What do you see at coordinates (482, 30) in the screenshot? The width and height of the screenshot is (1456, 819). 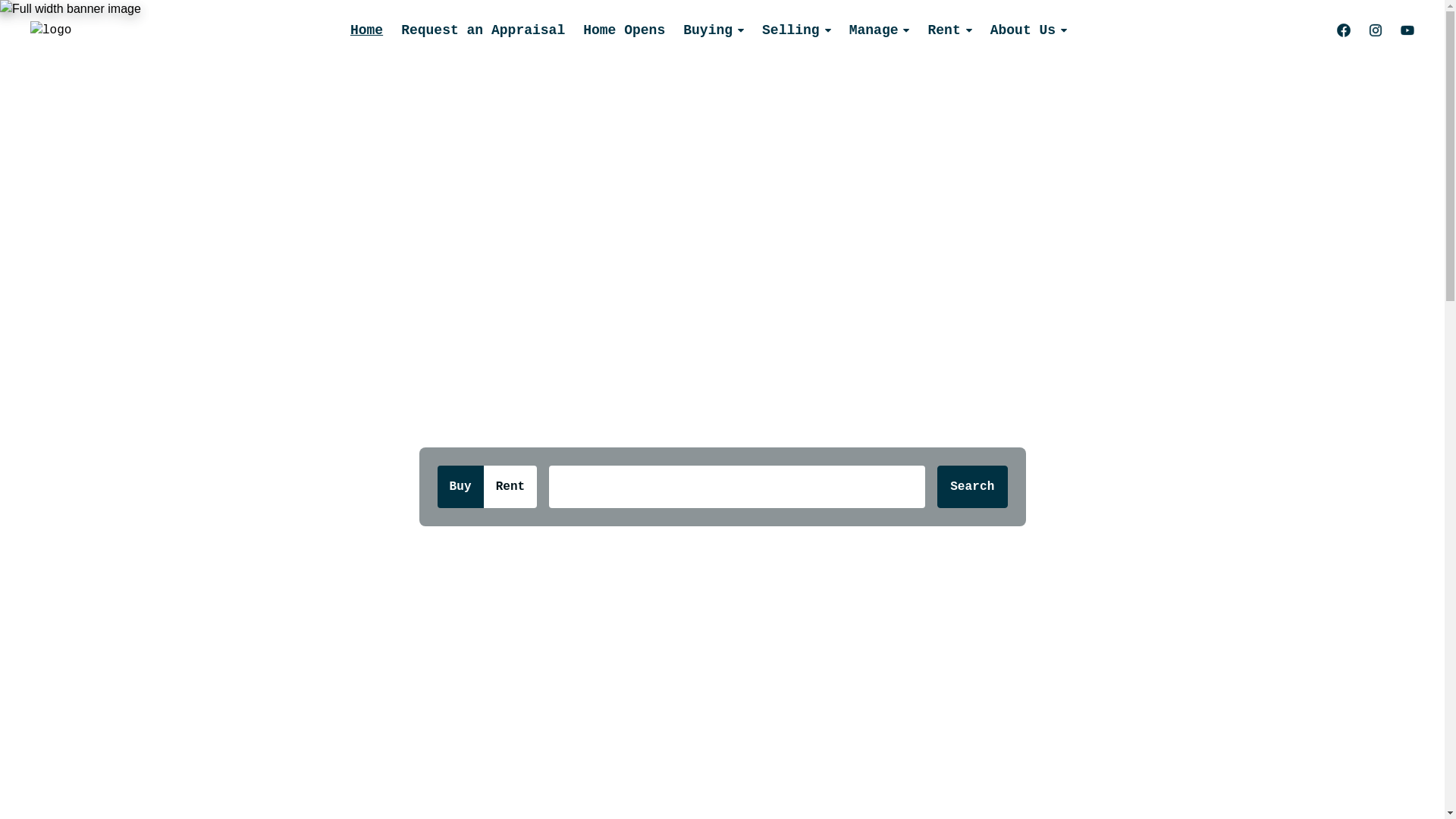 I see `'Request an Appraisal'` at bounding box center [482, 30].